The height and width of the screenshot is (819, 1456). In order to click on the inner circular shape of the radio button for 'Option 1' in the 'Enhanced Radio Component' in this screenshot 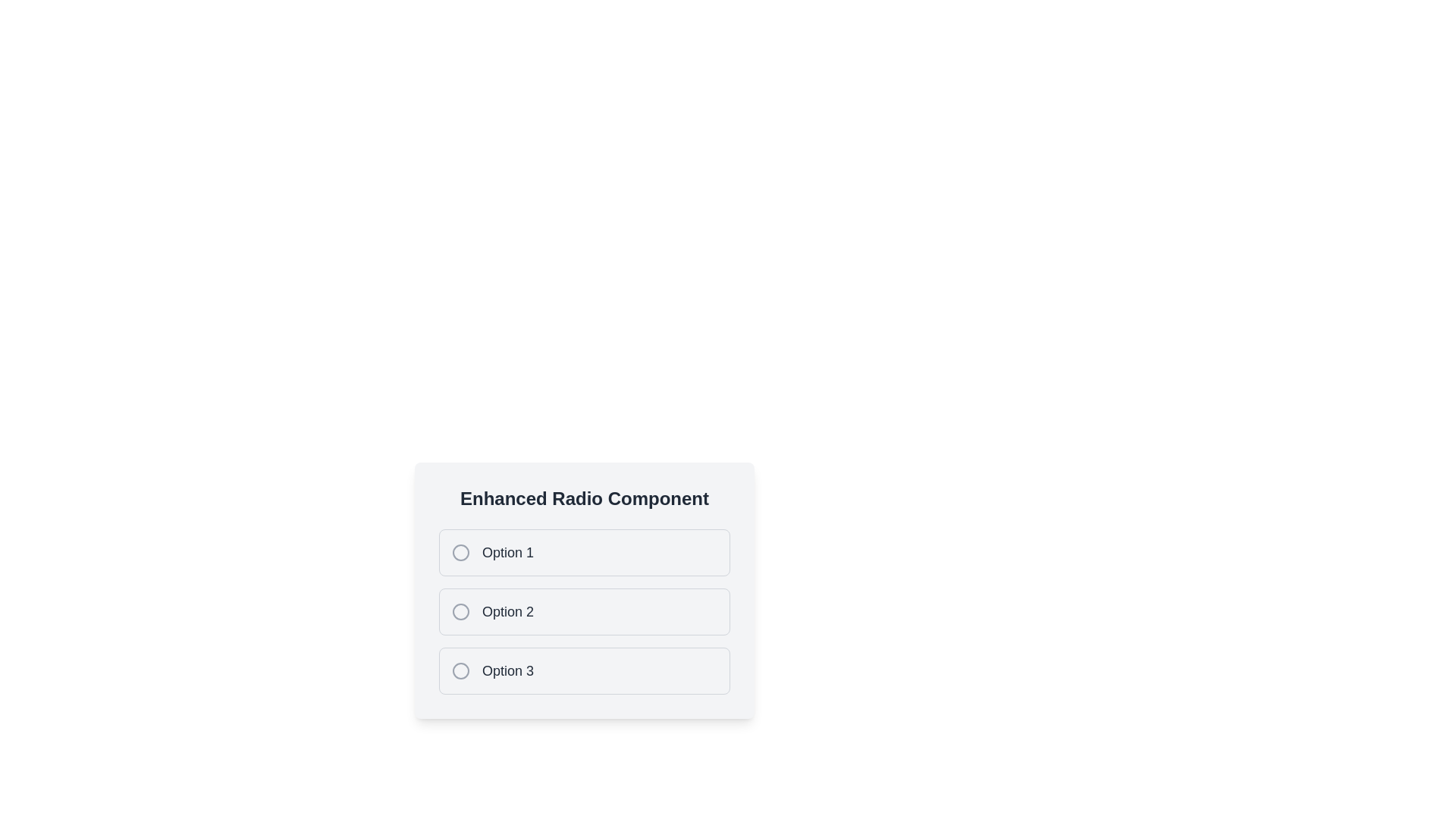, I will do `click(460, 553)`.